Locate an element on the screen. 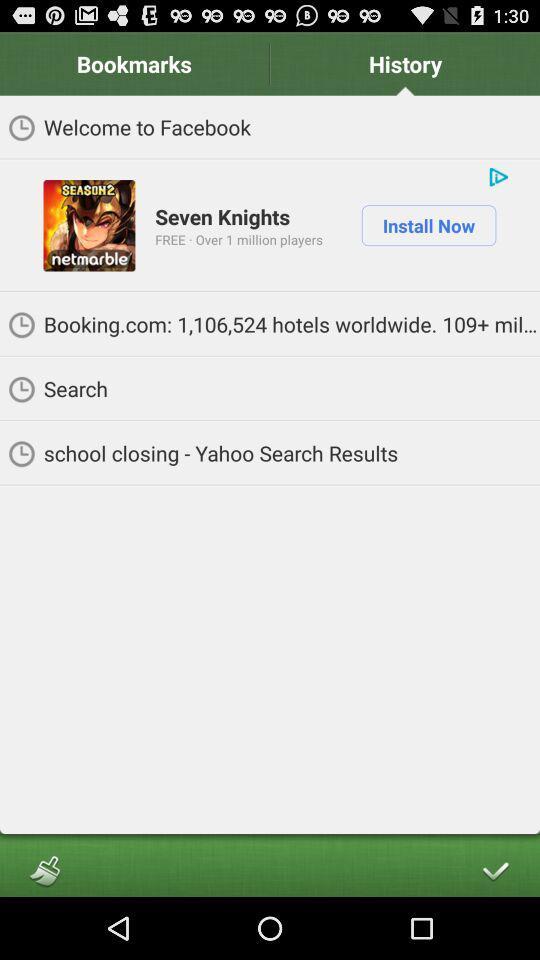 This screenshot has width=540, height=960. icon next to seven knights icon is located at coordinates (88, 225).